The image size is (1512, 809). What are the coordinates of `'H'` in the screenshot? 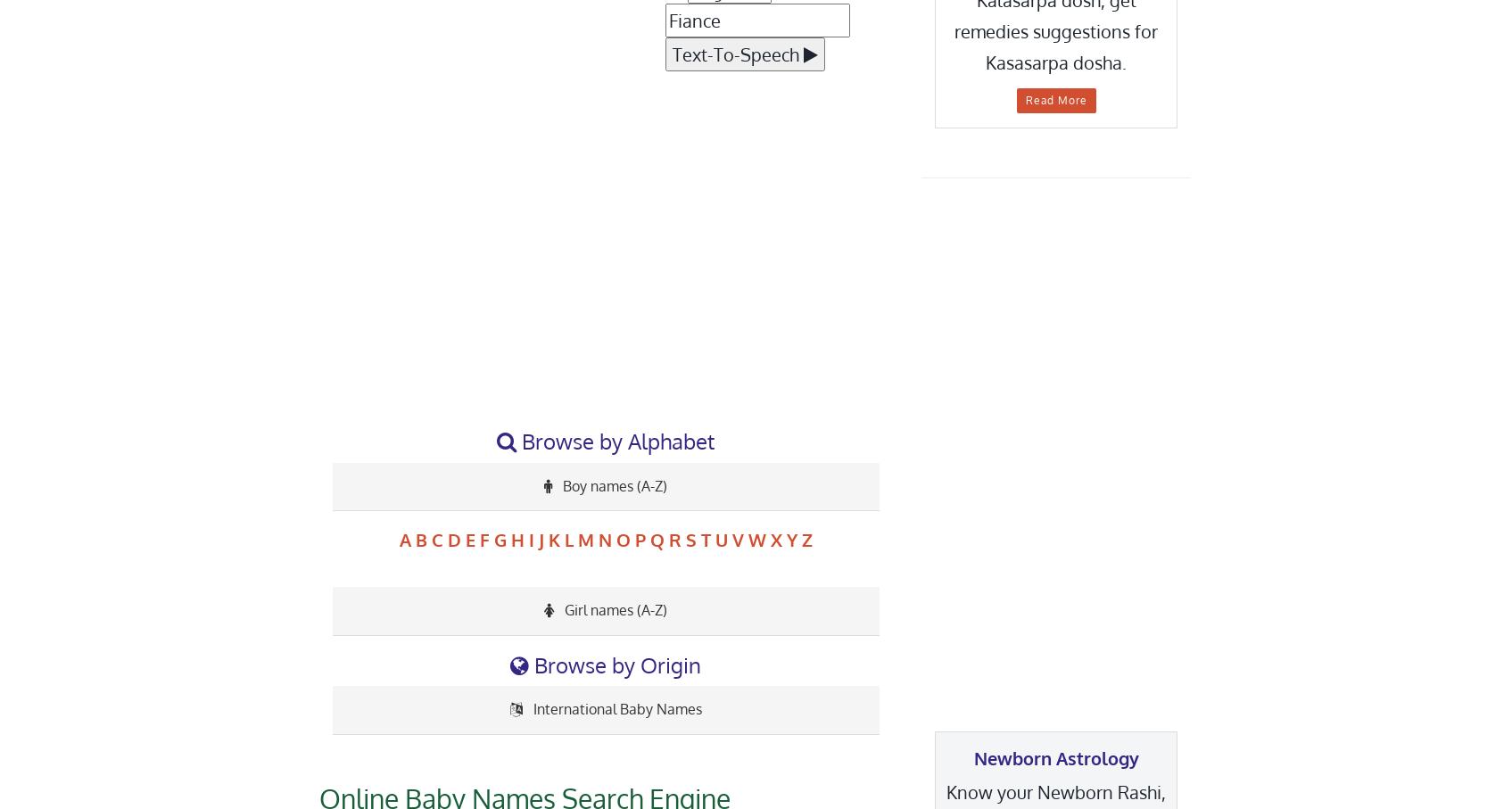 It's located at (516, 538).